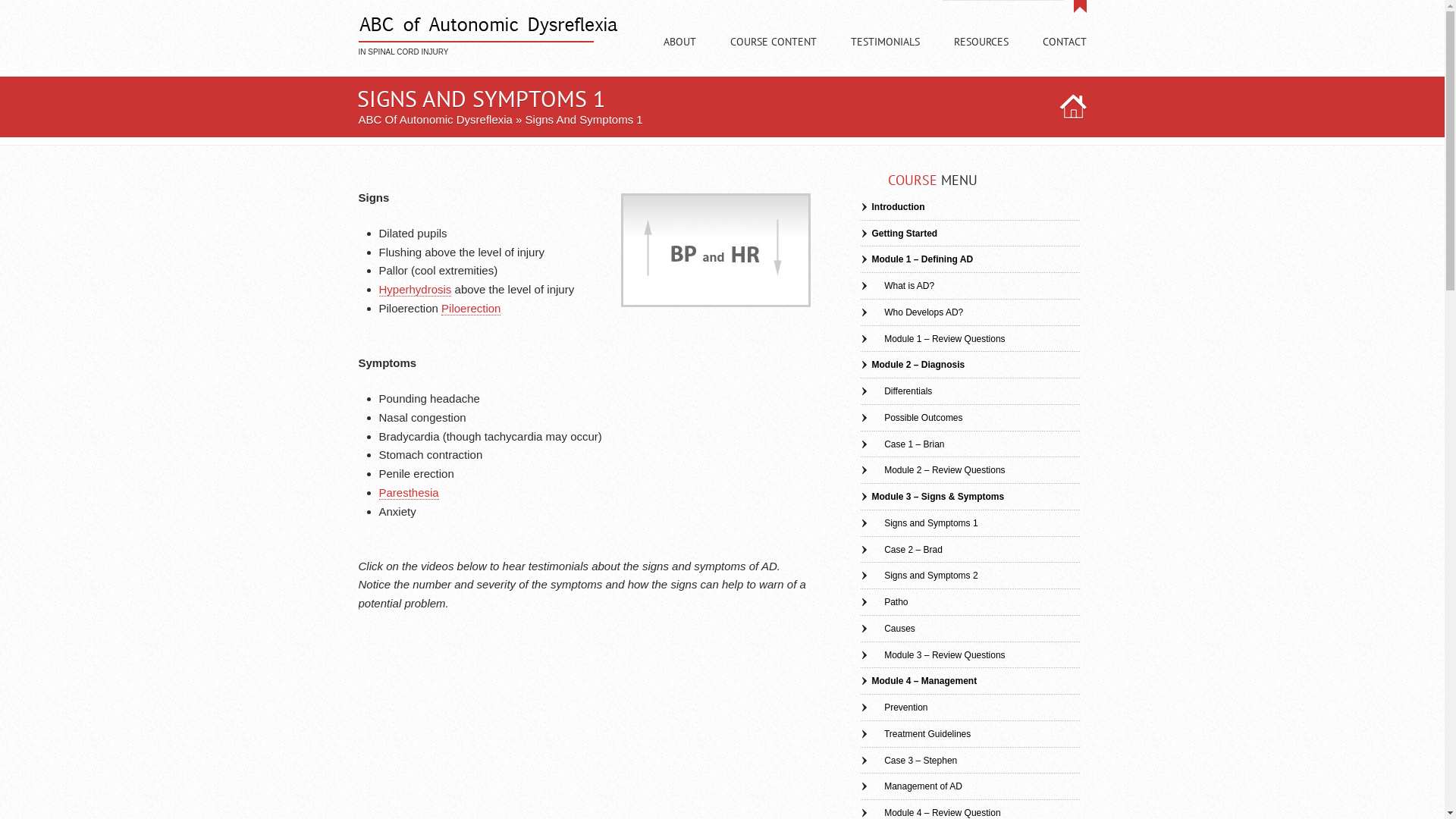  What do you see at coordinates (892, 207) in the screenshot?
I see `'Introduction'` at bounding box center [892, 207].